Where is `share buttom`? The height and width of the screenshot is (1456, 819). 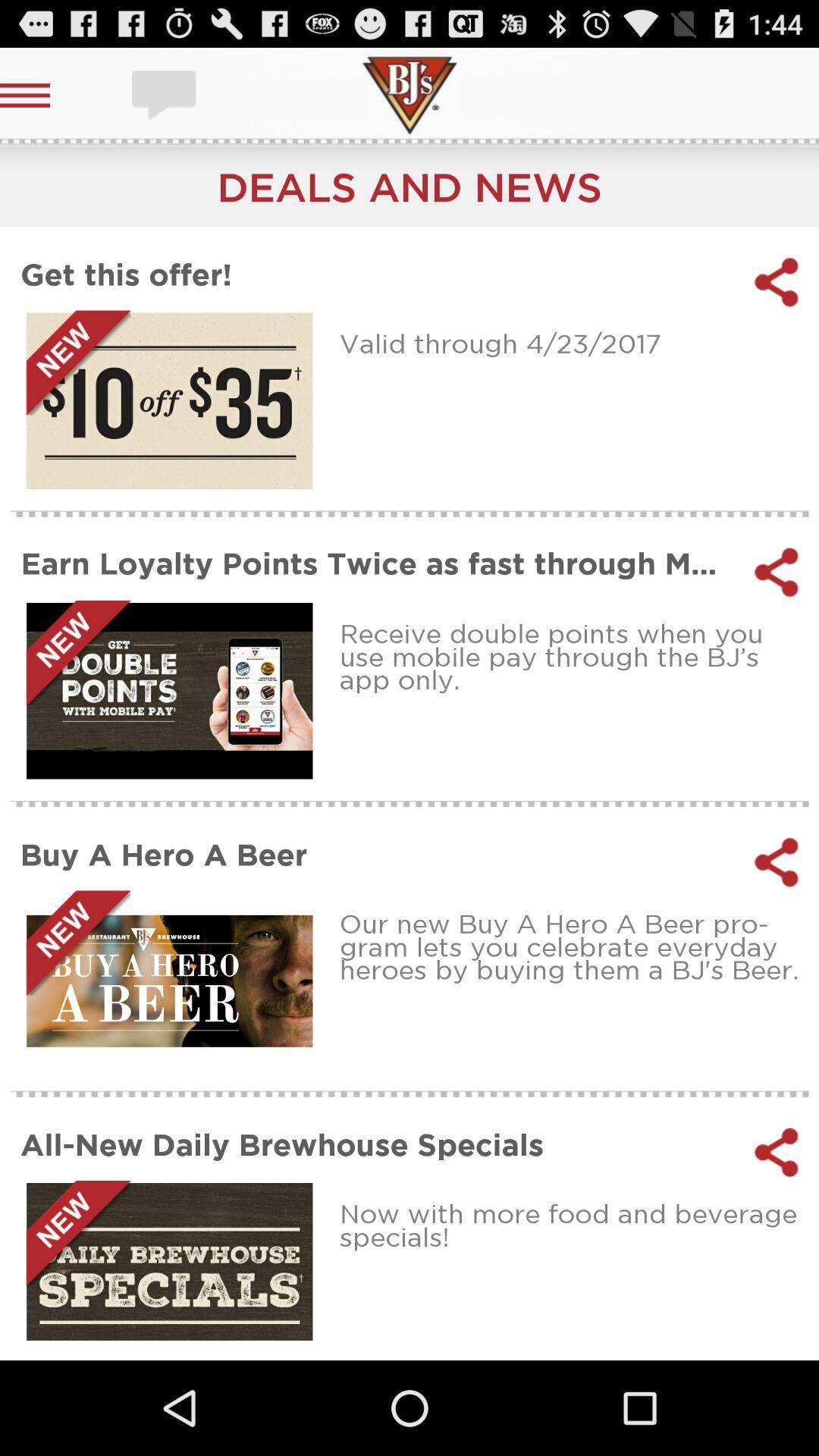 share buttom is located at coordinates (777, 862).